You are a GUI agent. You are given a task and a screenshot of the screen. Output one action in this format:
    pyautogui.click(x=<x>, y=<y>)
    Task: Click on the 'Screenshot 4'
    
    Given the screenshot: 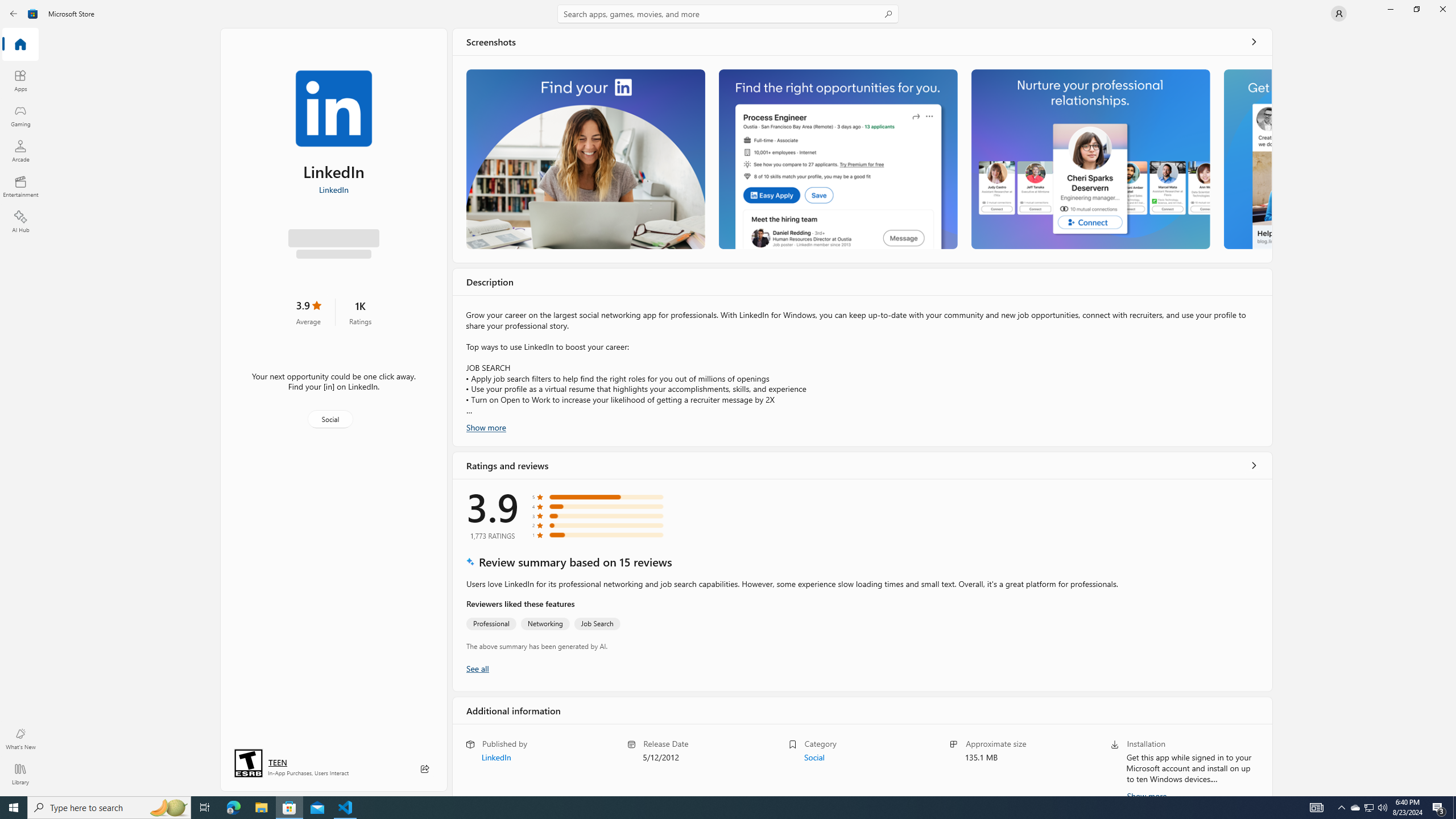 What is the action you would take?
    pyautogui.click(x=1247, y=159)
    